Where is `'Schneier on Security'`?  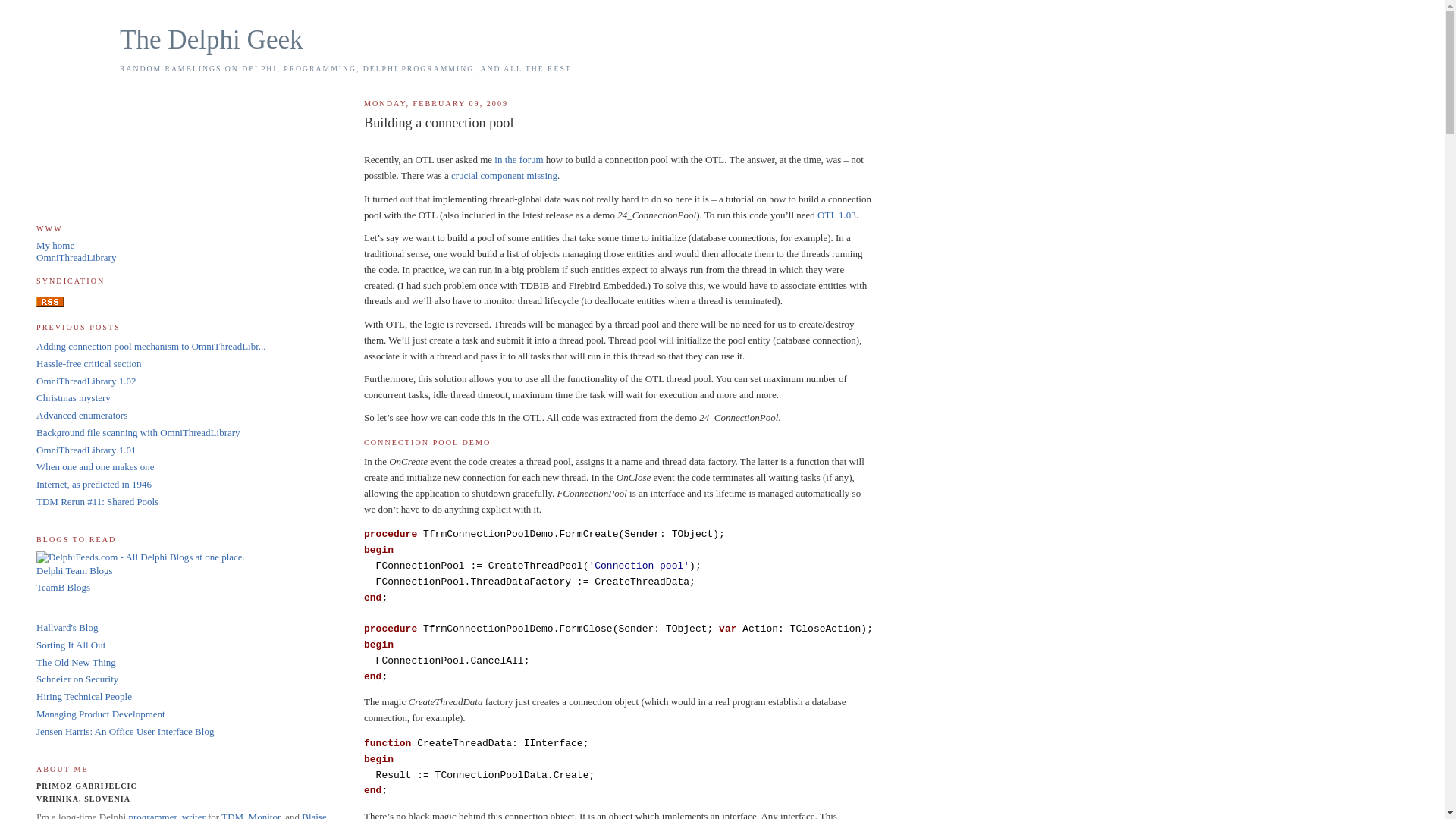
'Schneier on Security' is located at coordinates (76, 678).